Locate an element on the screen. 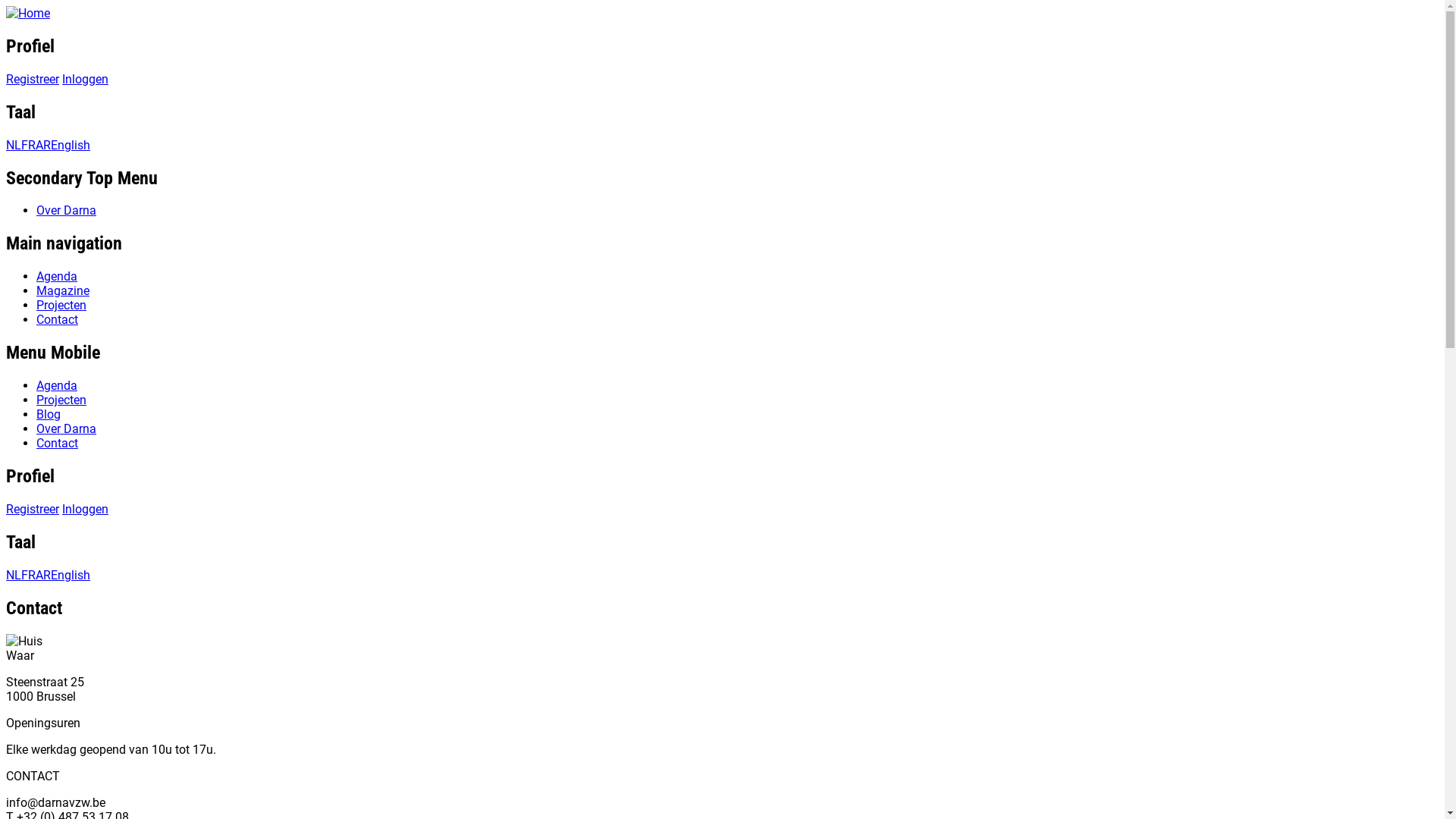 This screenshot has height=819, width=1456. 'Over Darna' is located at coordinates (65, 210).